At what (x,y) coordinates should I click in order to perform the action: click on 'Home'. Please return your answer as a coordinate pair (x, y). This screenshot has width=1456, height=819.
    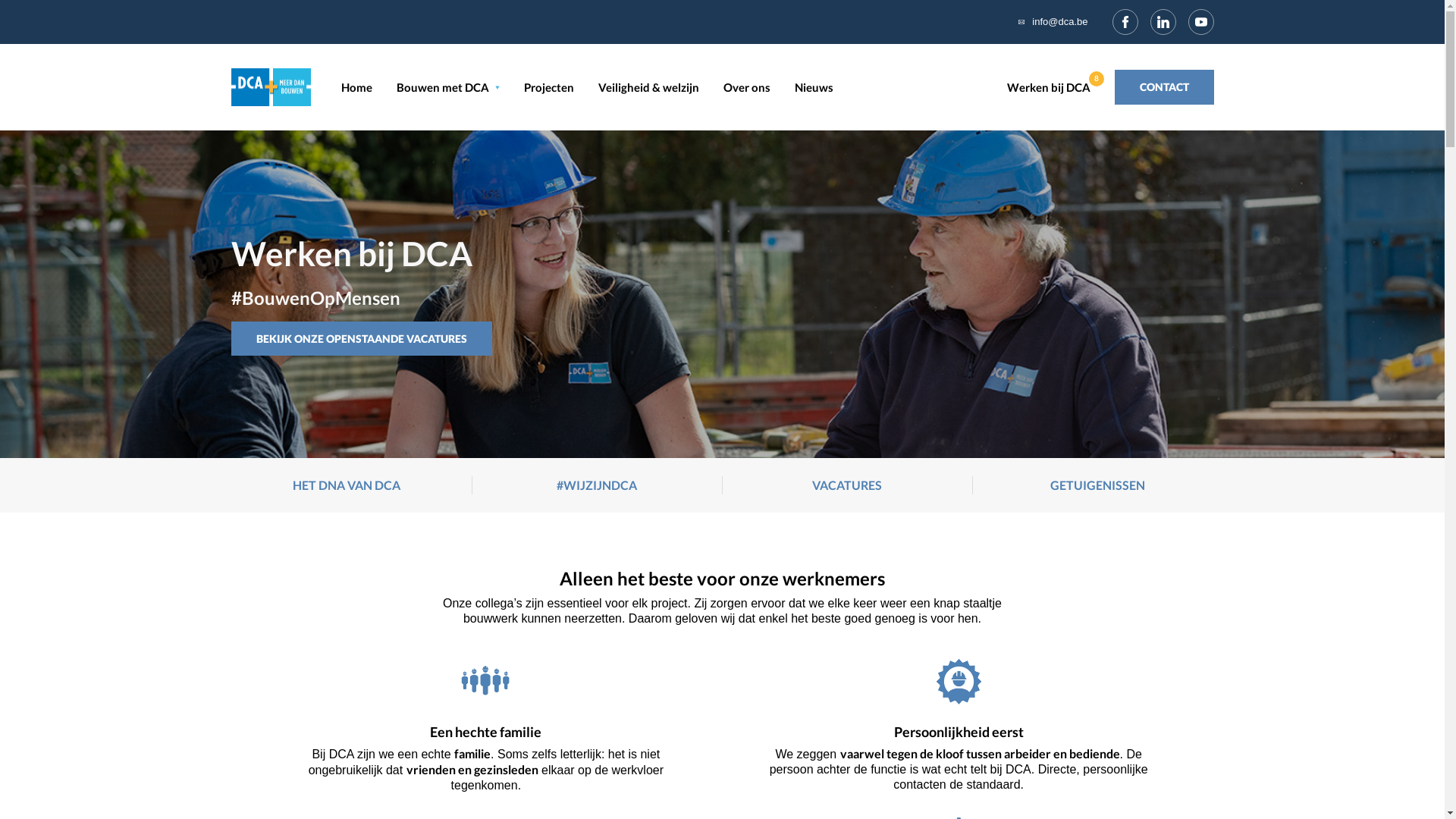
    Looking at the image, I should click on (356, 87).